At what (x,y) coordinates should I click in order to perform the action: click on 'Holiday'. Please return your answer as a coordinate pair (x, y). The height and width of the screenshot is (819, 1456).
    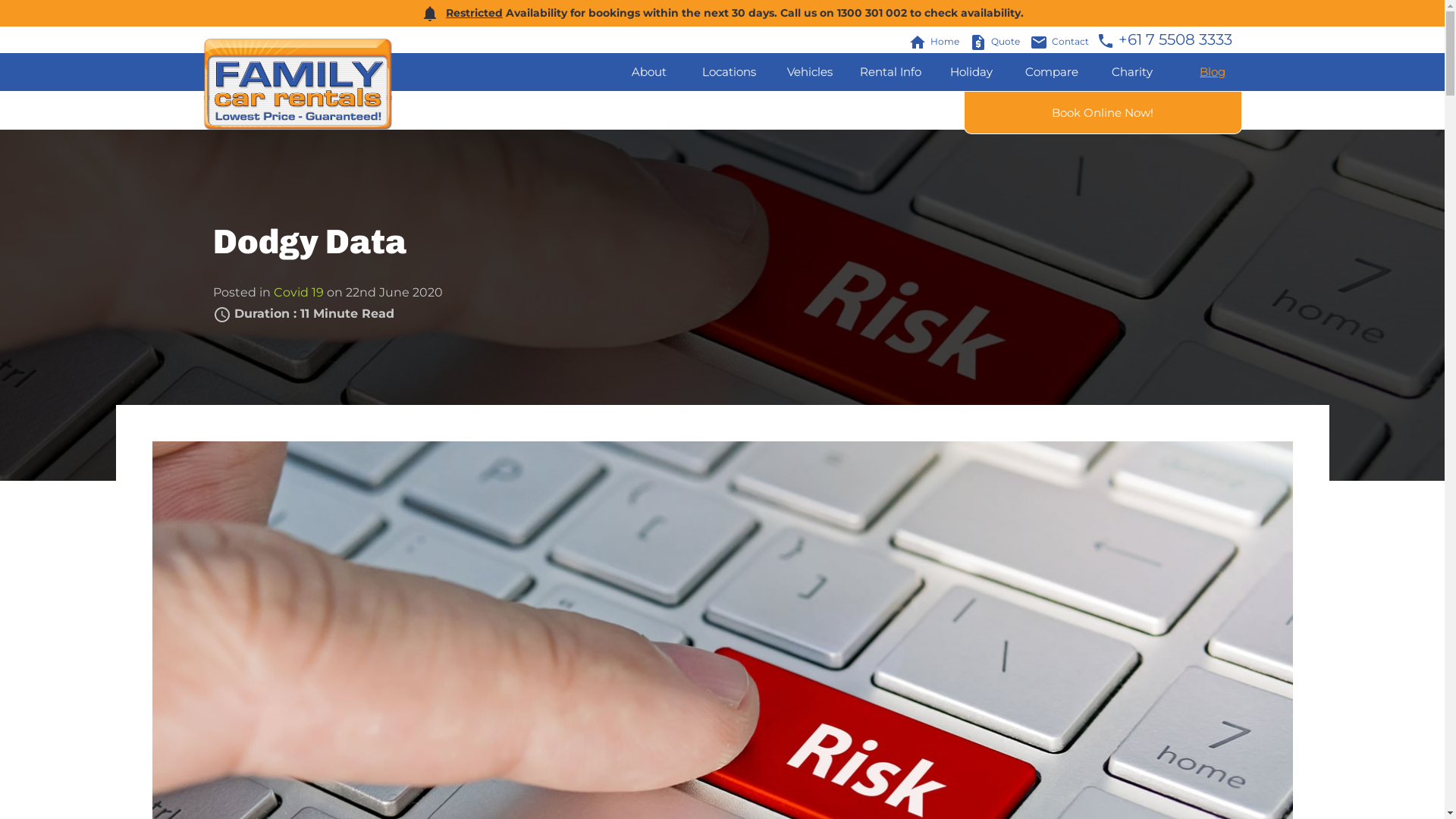
    Looking at the image, I should click on (971, 72).